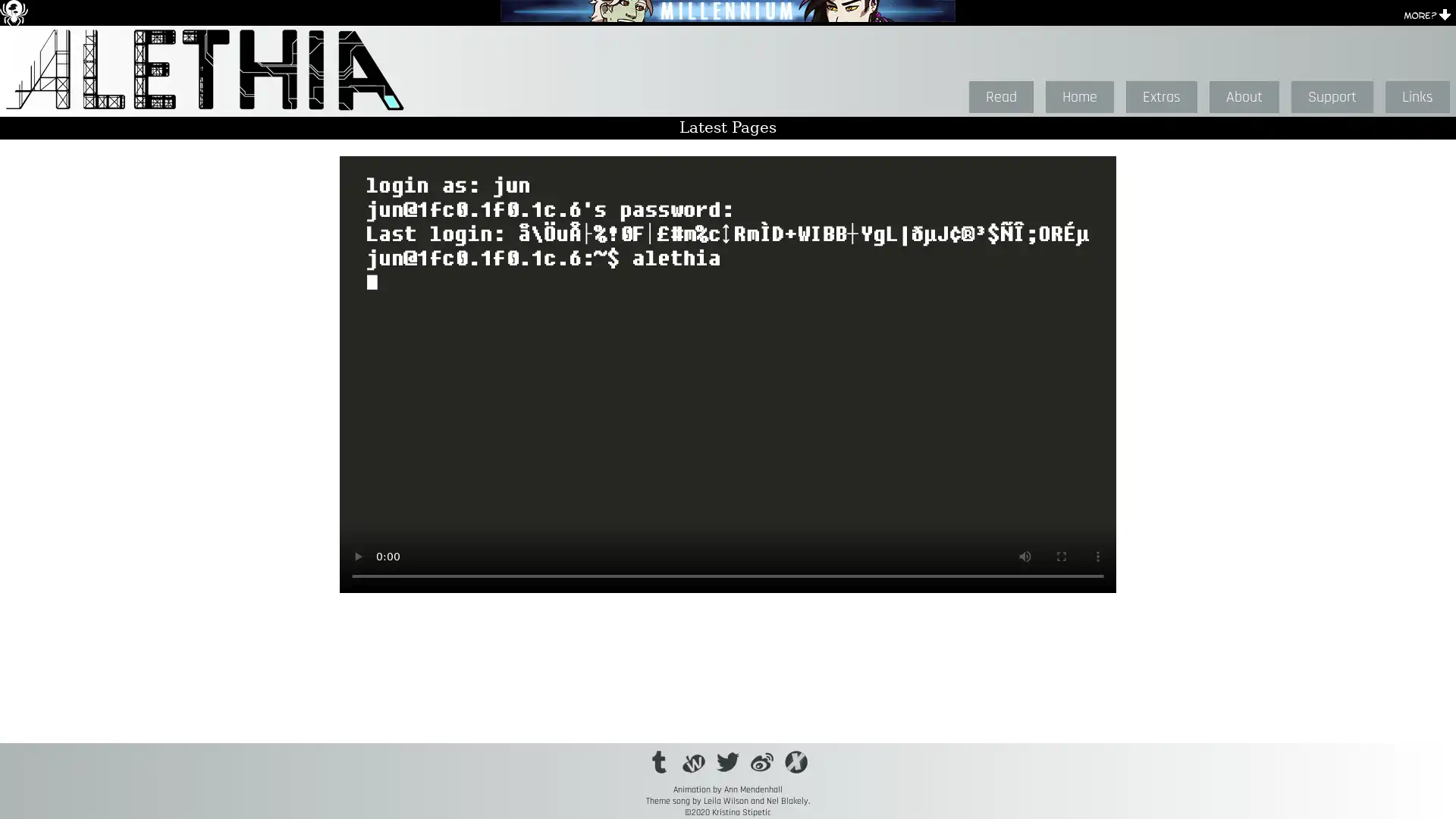 The width and height of the screenshot is (1456, 819). Describe the element at coordinates (1061, 556) in the screenshot. I see `enter full screen` at that location.